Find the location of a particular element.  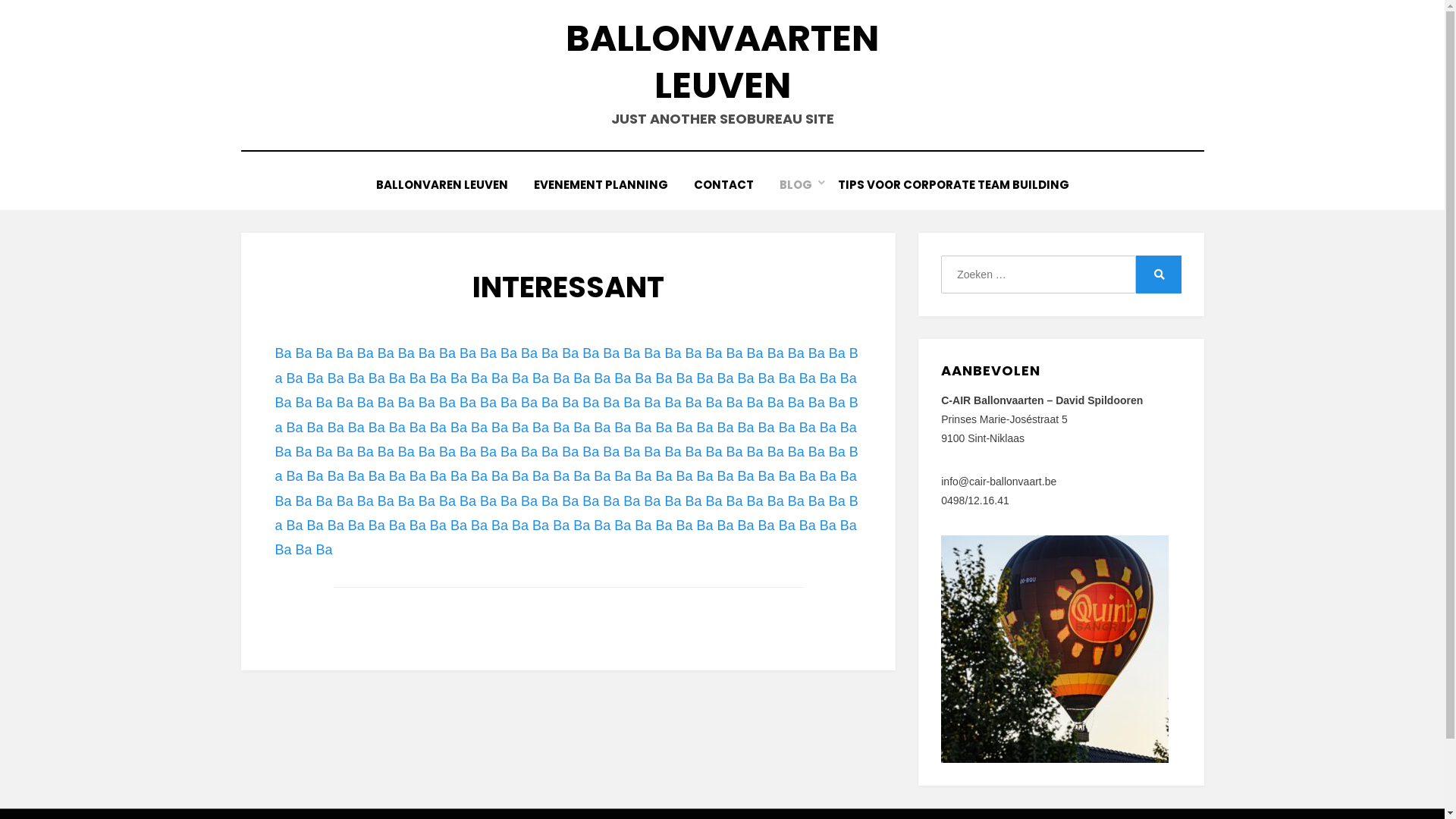

'Ba' is located at coordinates (672, 451).